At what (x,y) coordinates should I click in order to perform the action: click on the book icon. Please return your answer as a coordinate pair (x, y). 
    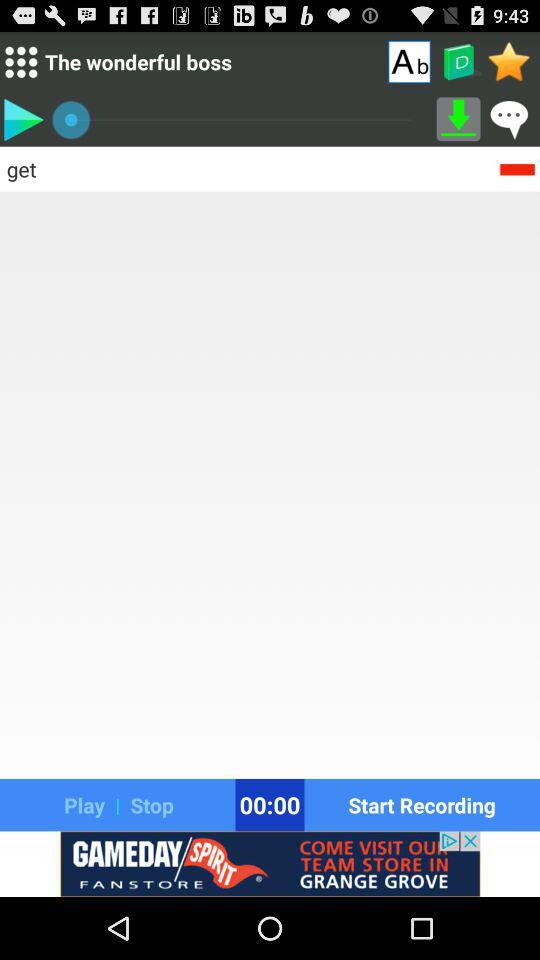
    Looking at the image, I should click on (458, 66).